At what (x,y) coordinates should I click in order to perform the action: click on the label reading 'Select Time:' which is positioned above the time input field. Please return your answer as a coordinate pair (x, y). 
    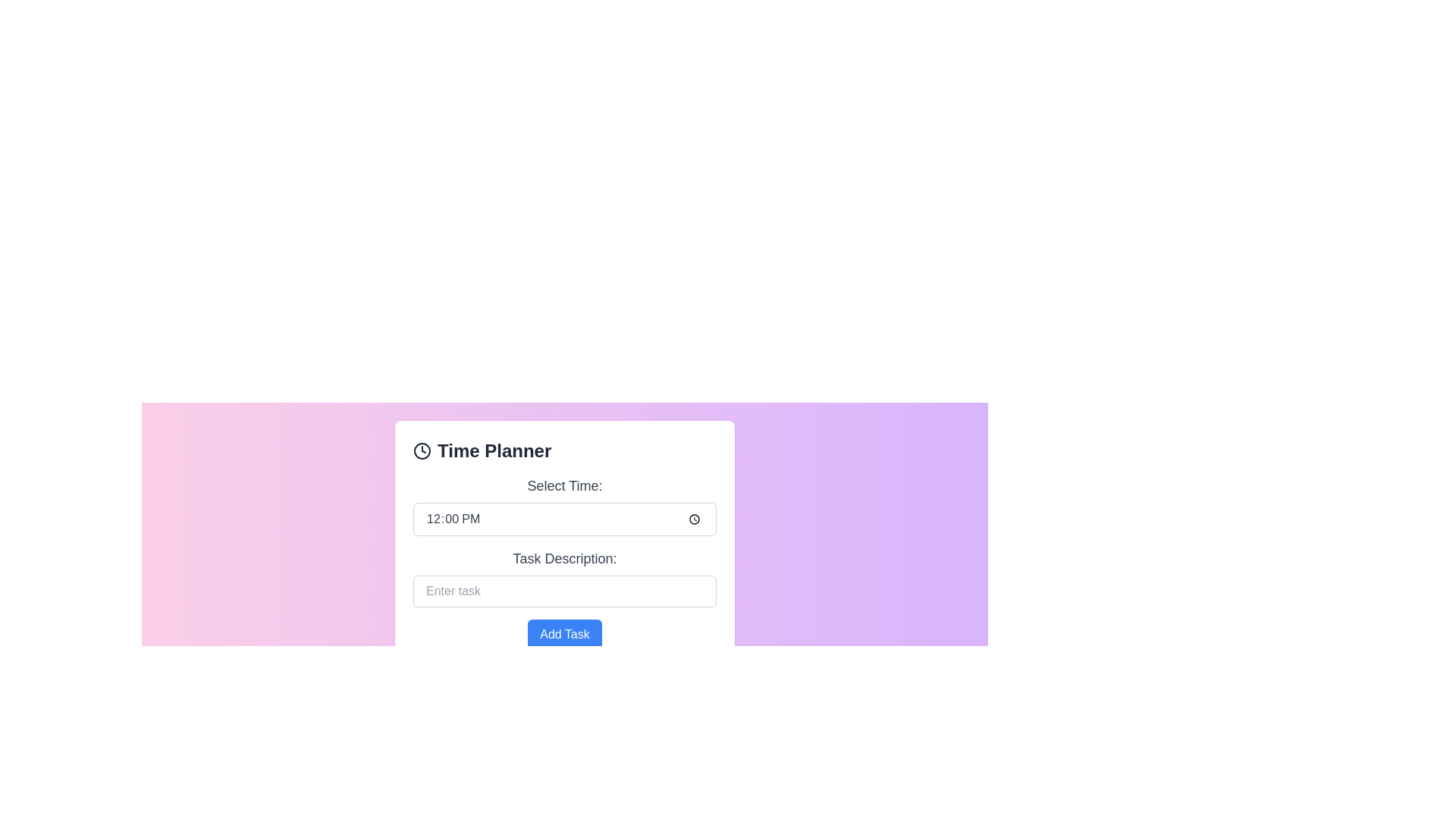
    Looking at the image, I should click on (563, 485).